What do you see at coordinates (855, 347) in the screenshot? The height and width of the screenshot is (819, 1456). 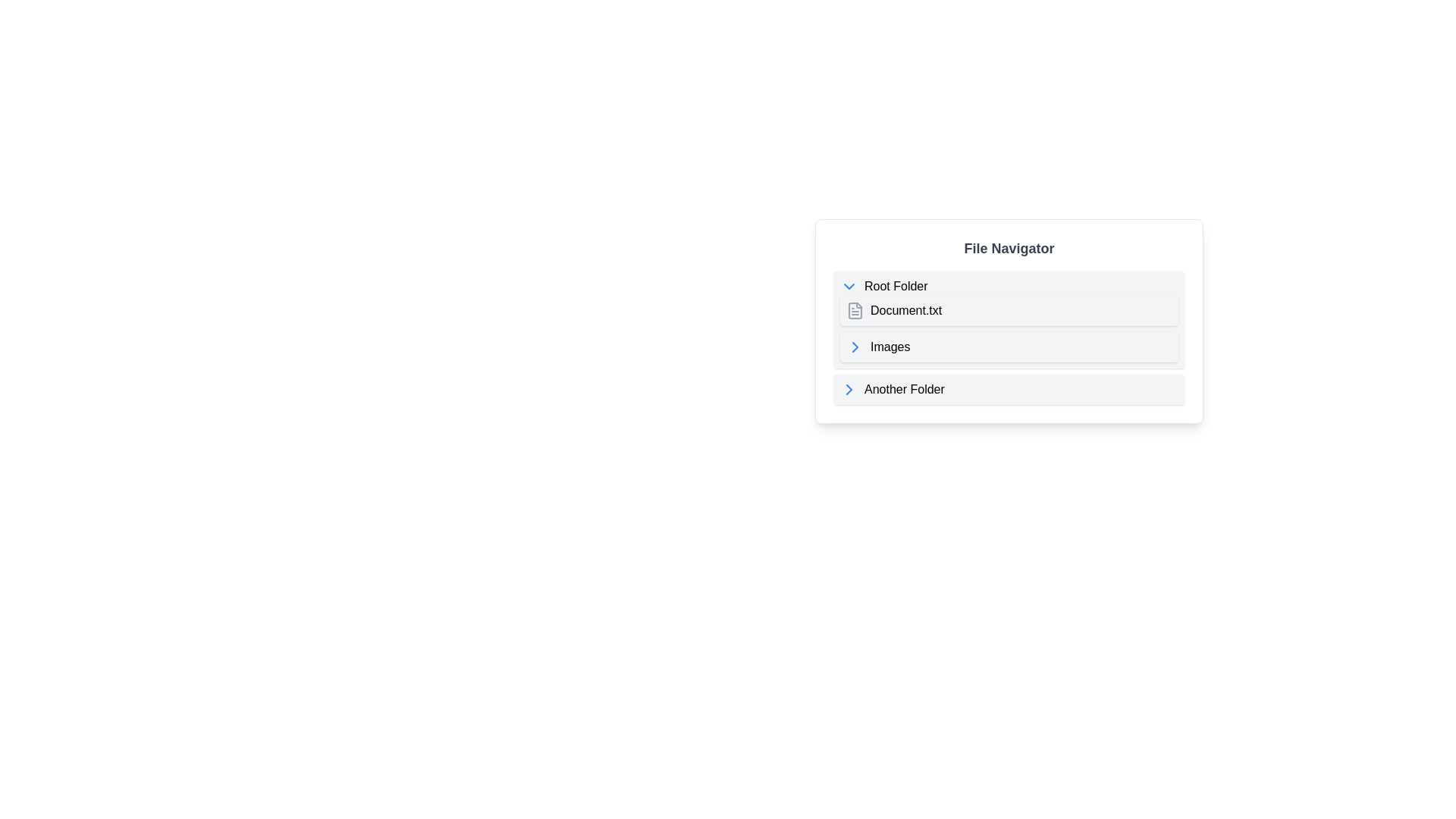 I see `the right-pointing blue chevron icon that indicates expandable options, located to the left of the 'Images' text in the file navigation panel` at bounding box center [855, 347].